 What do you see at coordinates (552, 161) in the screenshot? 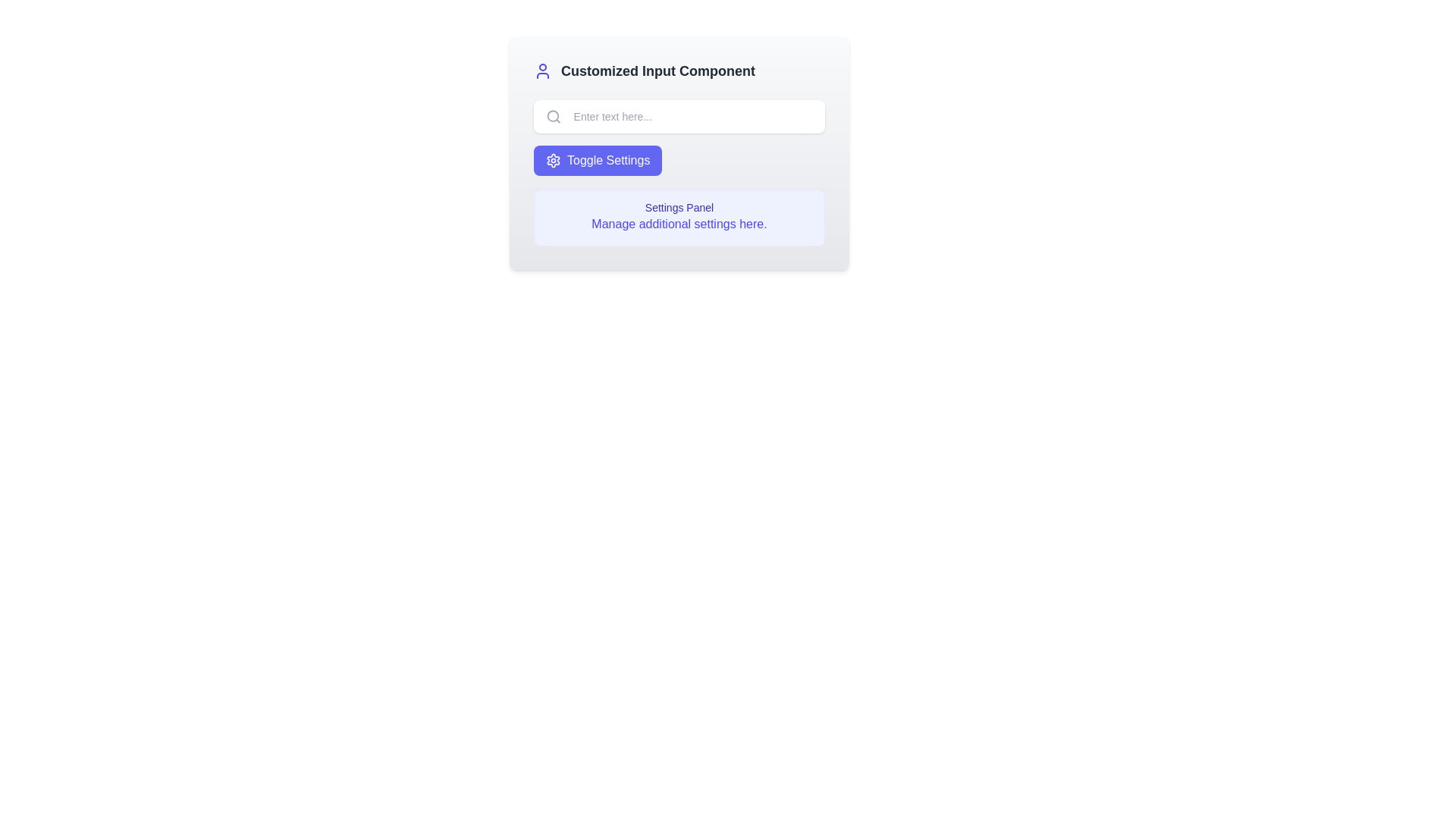
I see `the icon inside the 'Toggle Settings' button, which is positioned below the input field and above the 'Settings Panel' label` at bounding box center [552, 161].